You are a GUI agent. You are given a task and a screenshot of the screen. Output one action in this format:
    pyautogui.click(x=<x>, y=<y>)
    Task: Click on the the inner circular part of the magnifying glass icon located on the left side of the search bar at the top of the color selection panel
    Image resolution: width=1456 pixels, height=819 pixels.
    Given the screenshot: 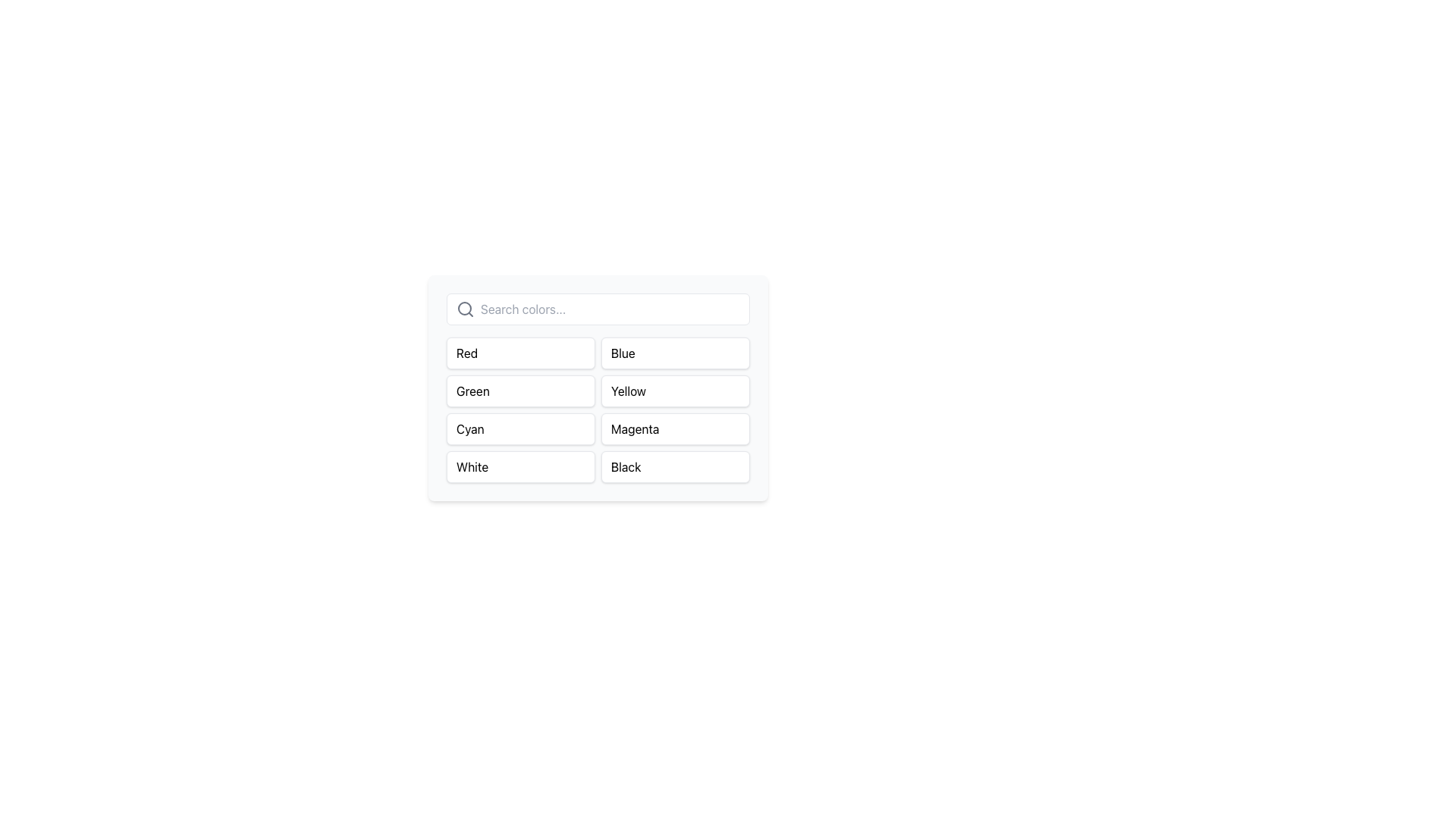 What is the action you would take?
    pyautogui.click(x=464, y=308)
    